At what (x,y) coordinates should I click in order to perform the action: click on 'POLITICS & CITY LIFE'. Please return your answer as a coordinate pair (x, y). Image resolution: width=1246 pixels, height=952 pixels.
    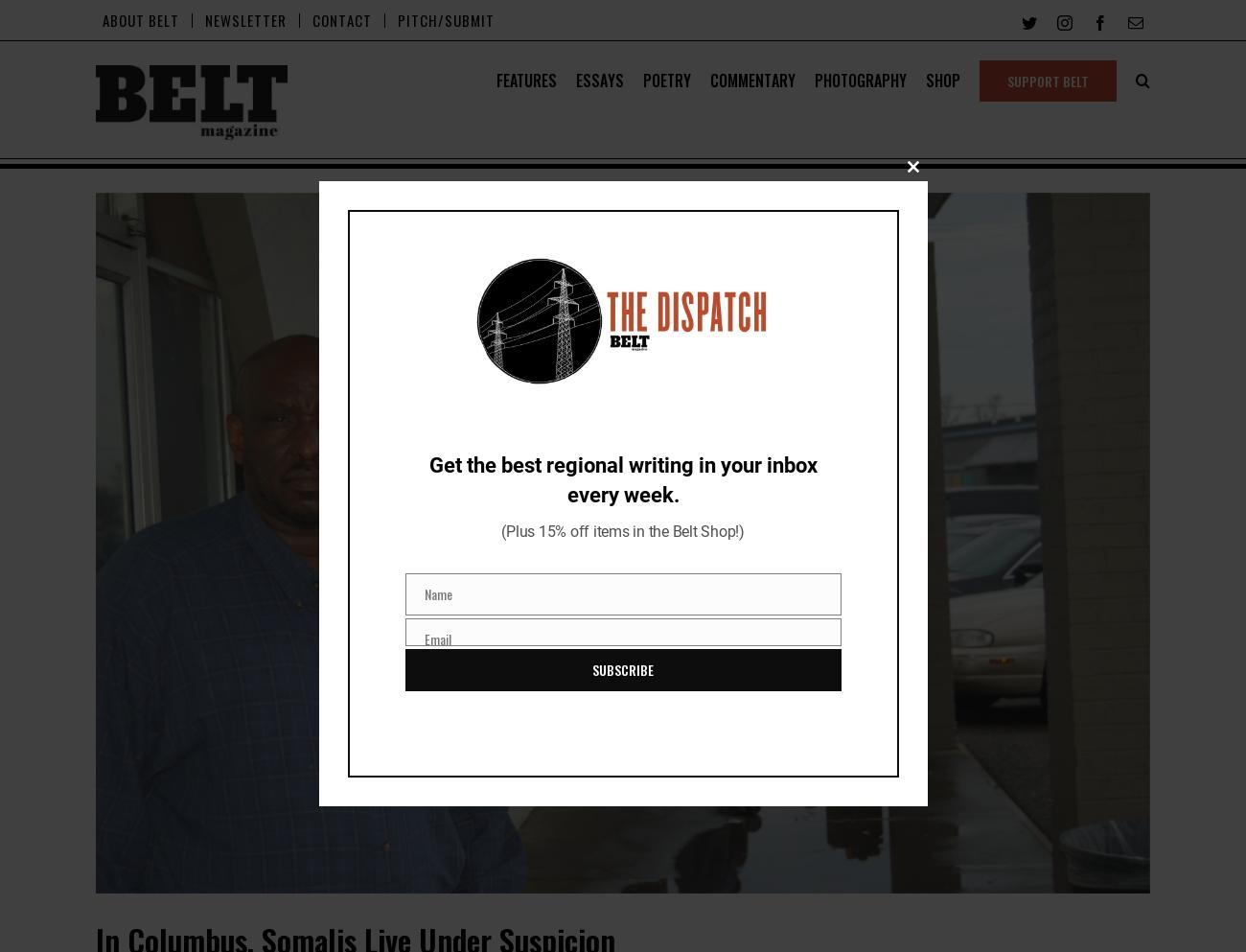
    Looking at the image, I should click on (580, 240).